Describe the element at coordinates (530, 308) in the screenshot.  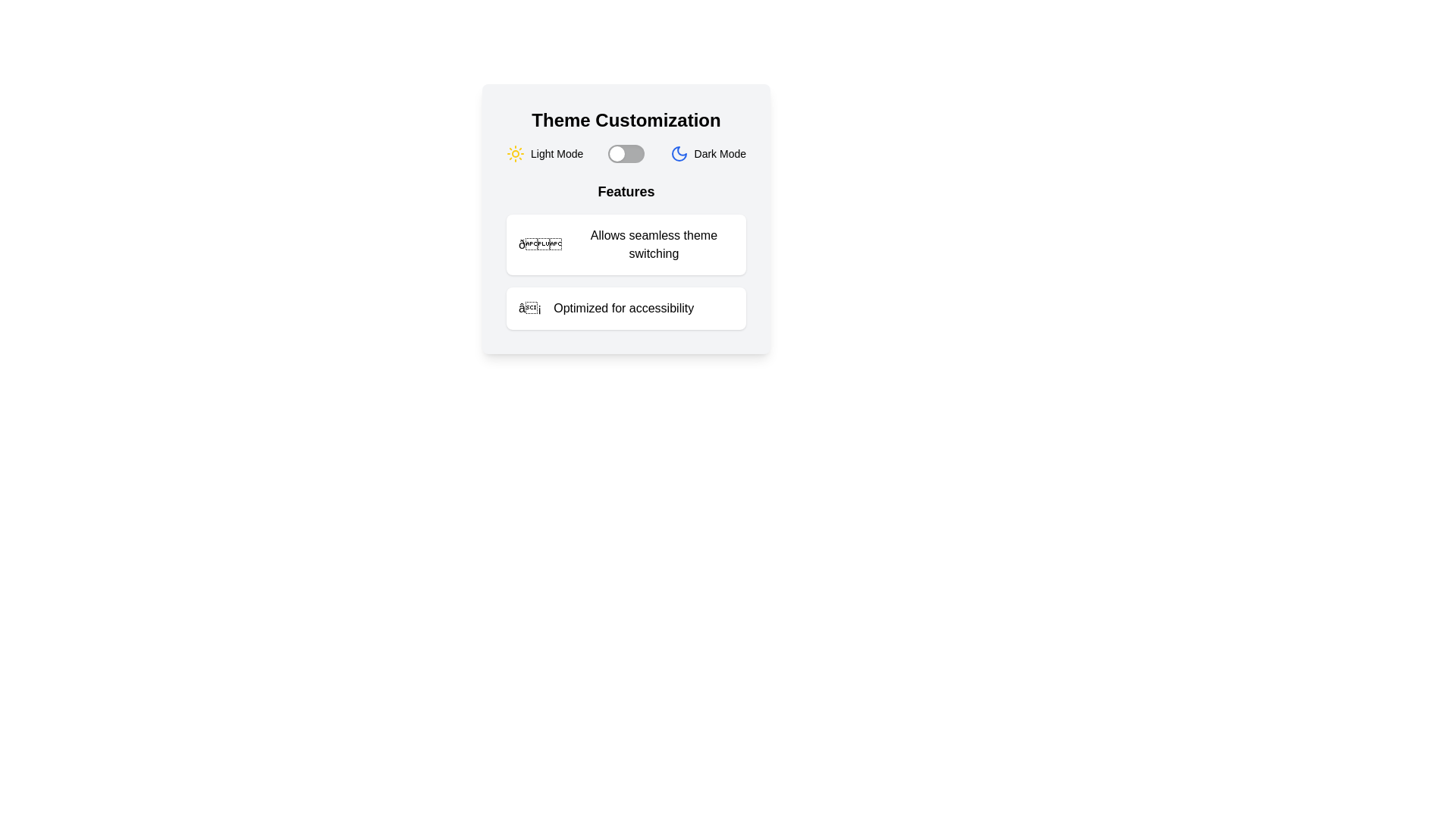
I see `the visual indicator icon located in the lower feature box of the 'Features' section, to the left of the text 'Optimized for accessibility.'` at that location.